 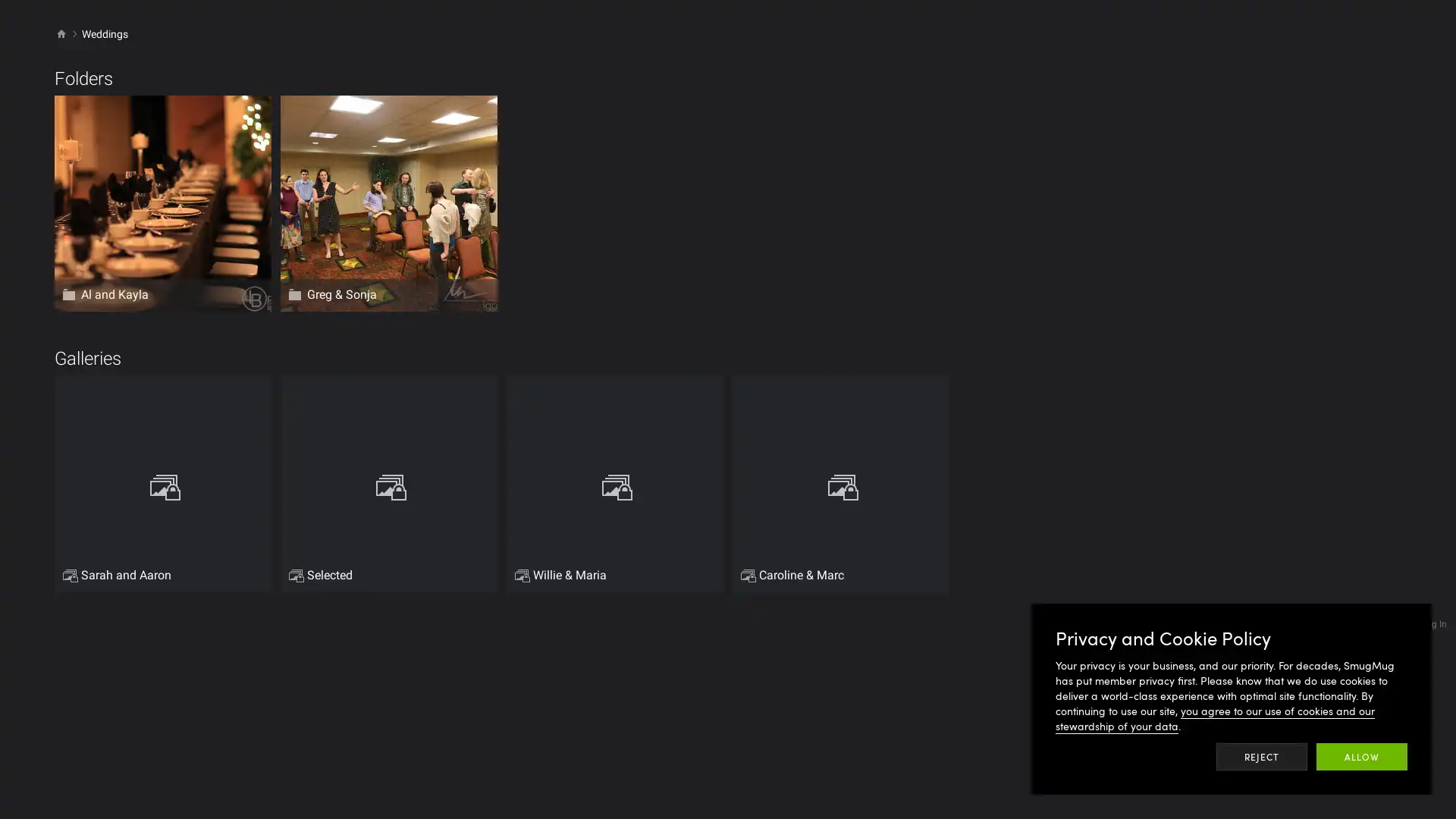 I want to click on REJECT, so click(x=1262, y=757).